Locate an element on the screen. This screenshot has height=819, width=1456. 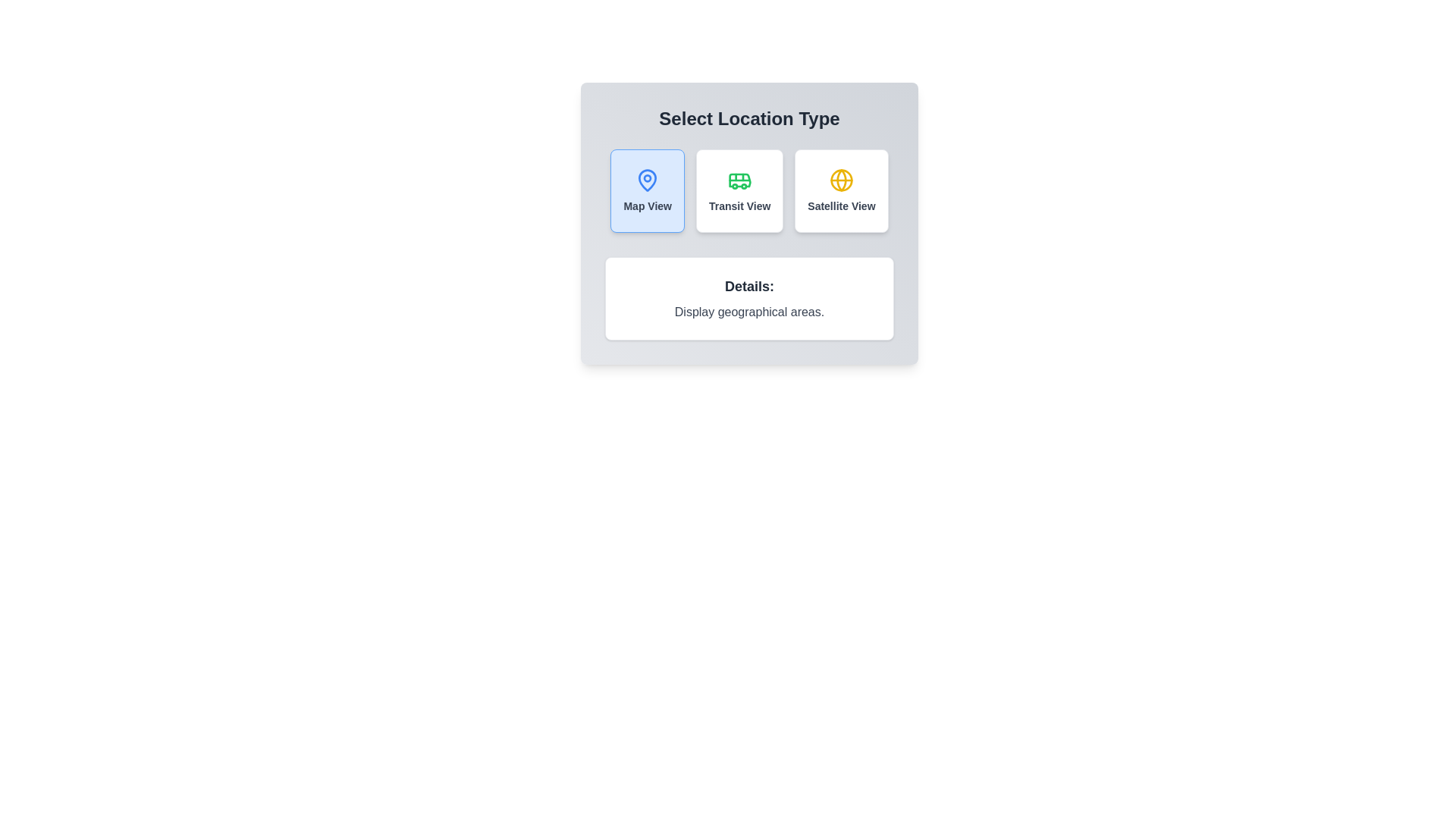
the yellow globe icon representing 'Satellite View' in the third button of the 'Select Location Type' interface is located at coordinates (840, 180).